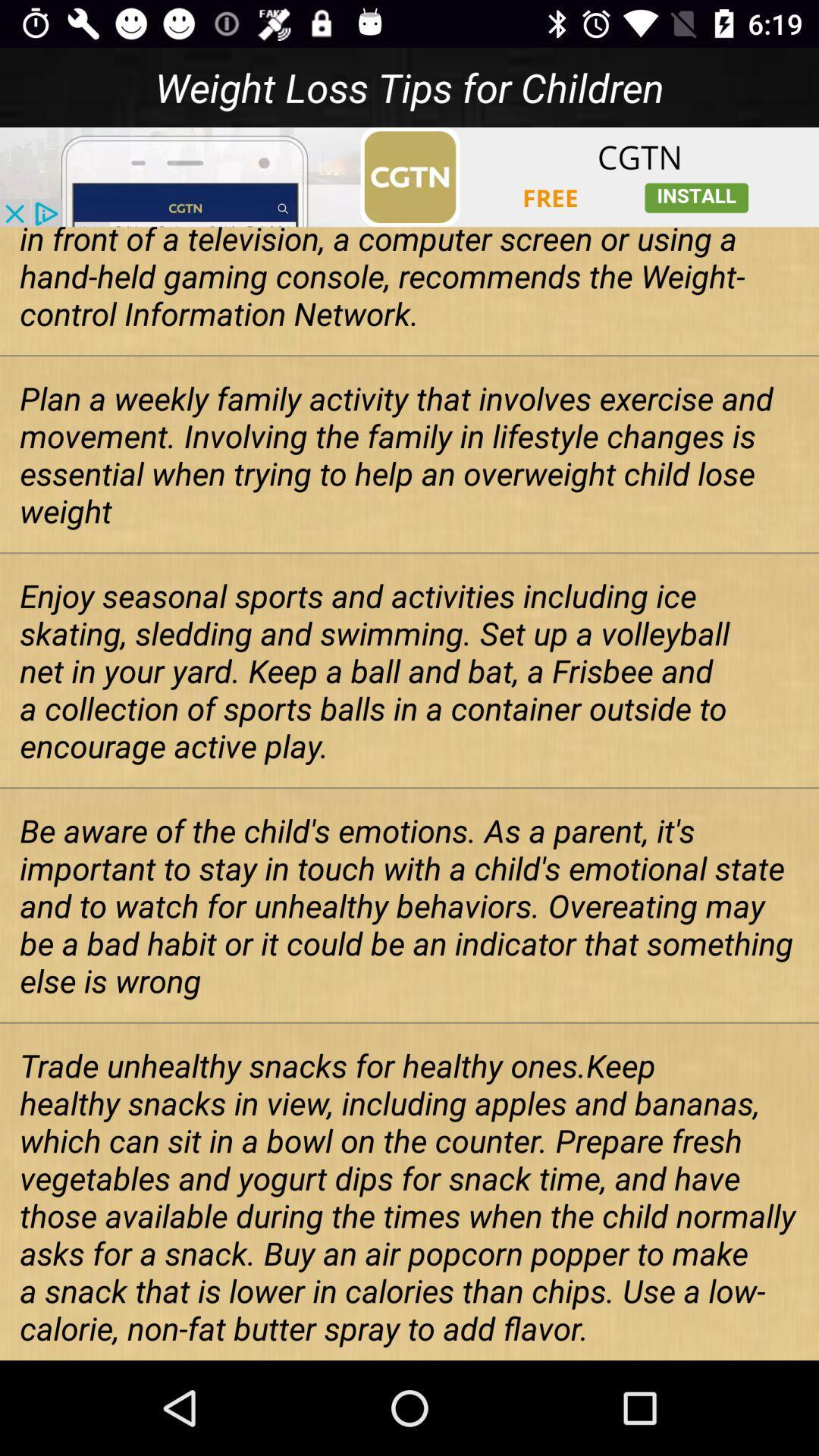 This screenshot has width=819, height=1456. What do you see at coordinates (409, 177) in the screenshot?
I see `connect to advertisement` at bounding box center [409, 177].